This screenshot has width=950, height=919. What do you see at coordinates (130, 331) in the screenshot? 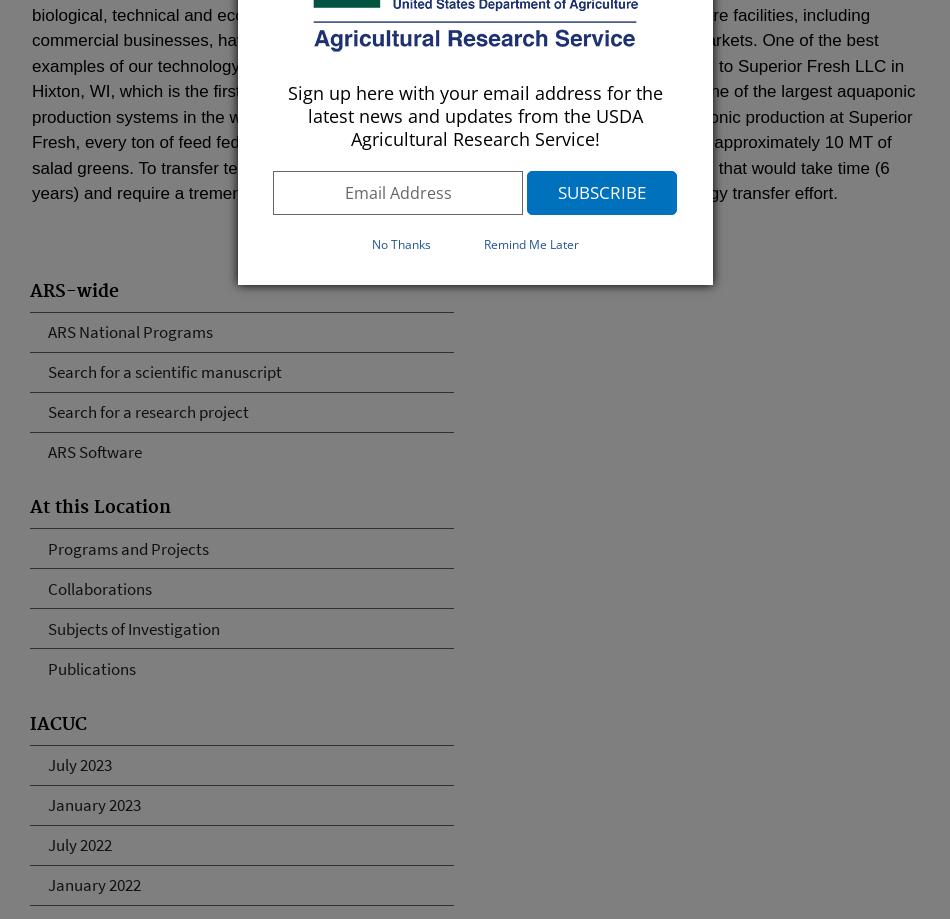
I see `'ARS National Programs'` at bounding box center [130, 331].